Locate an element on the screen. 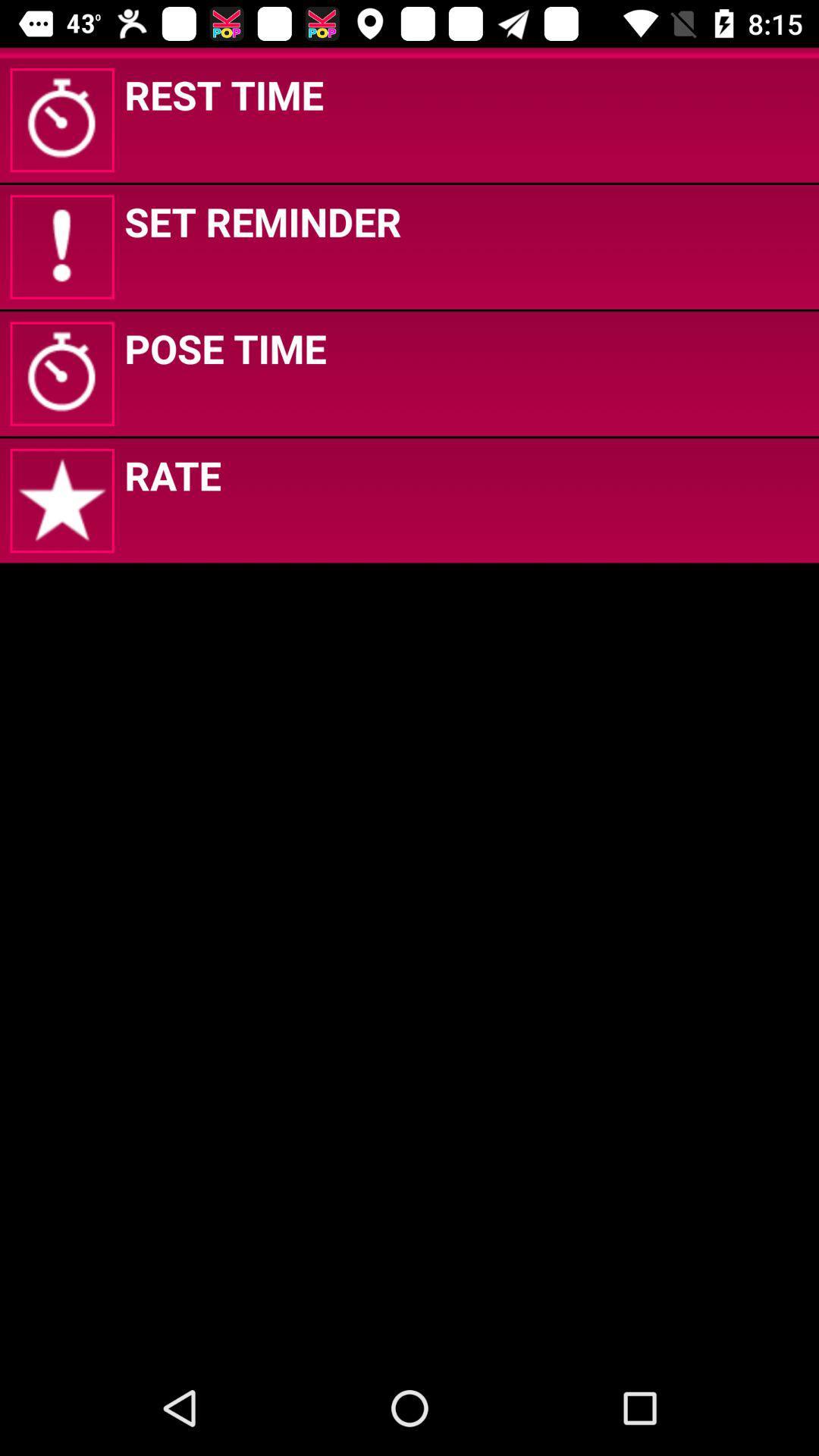  the pose time app is located at coordinates (225, 347).